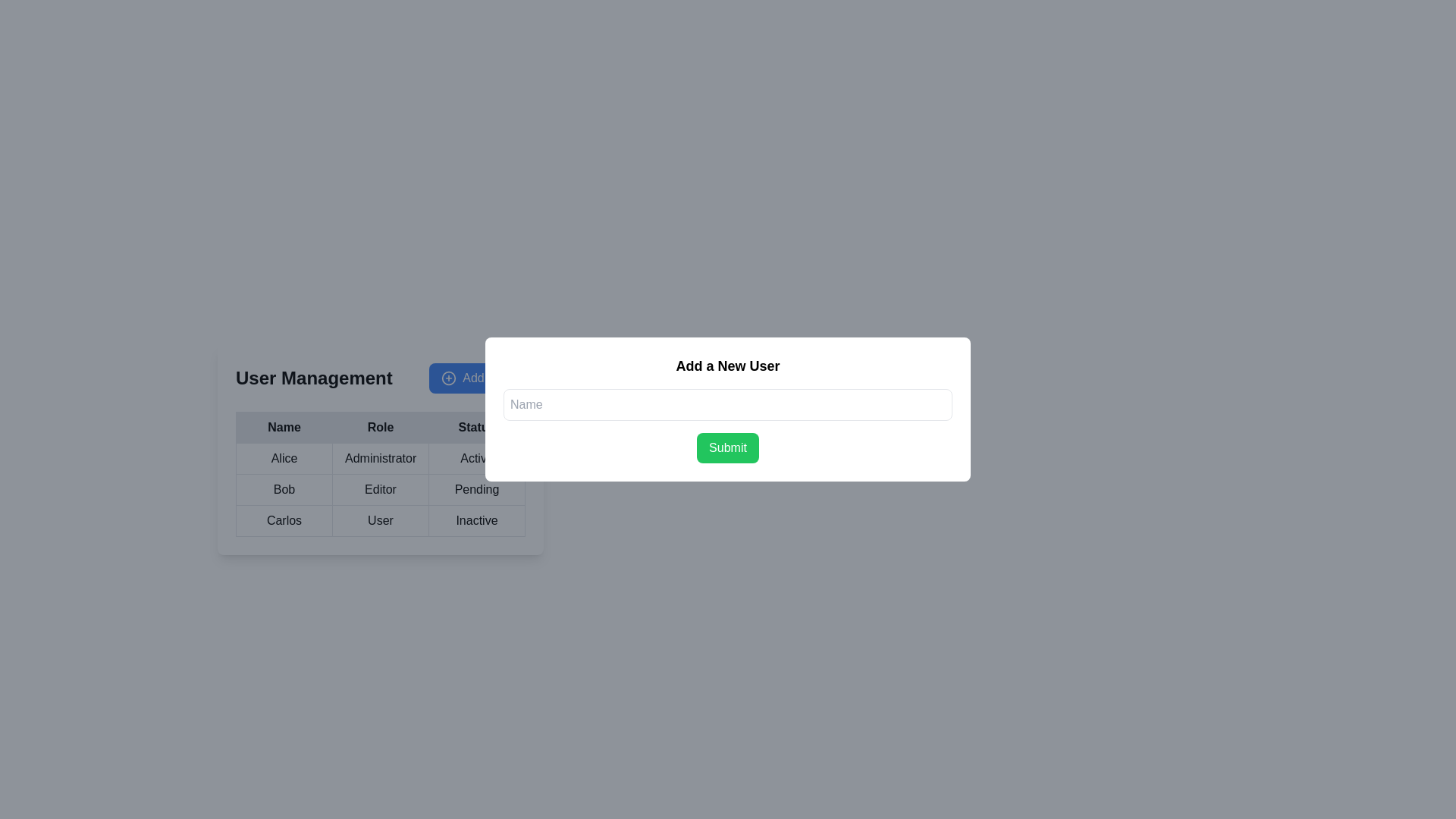 This screenshot has height=819, width=1456. I want to click on the button with a blue background and white text reading 'Add User', which is positioned to the right of the heading 'User Management', so click(476, 377).